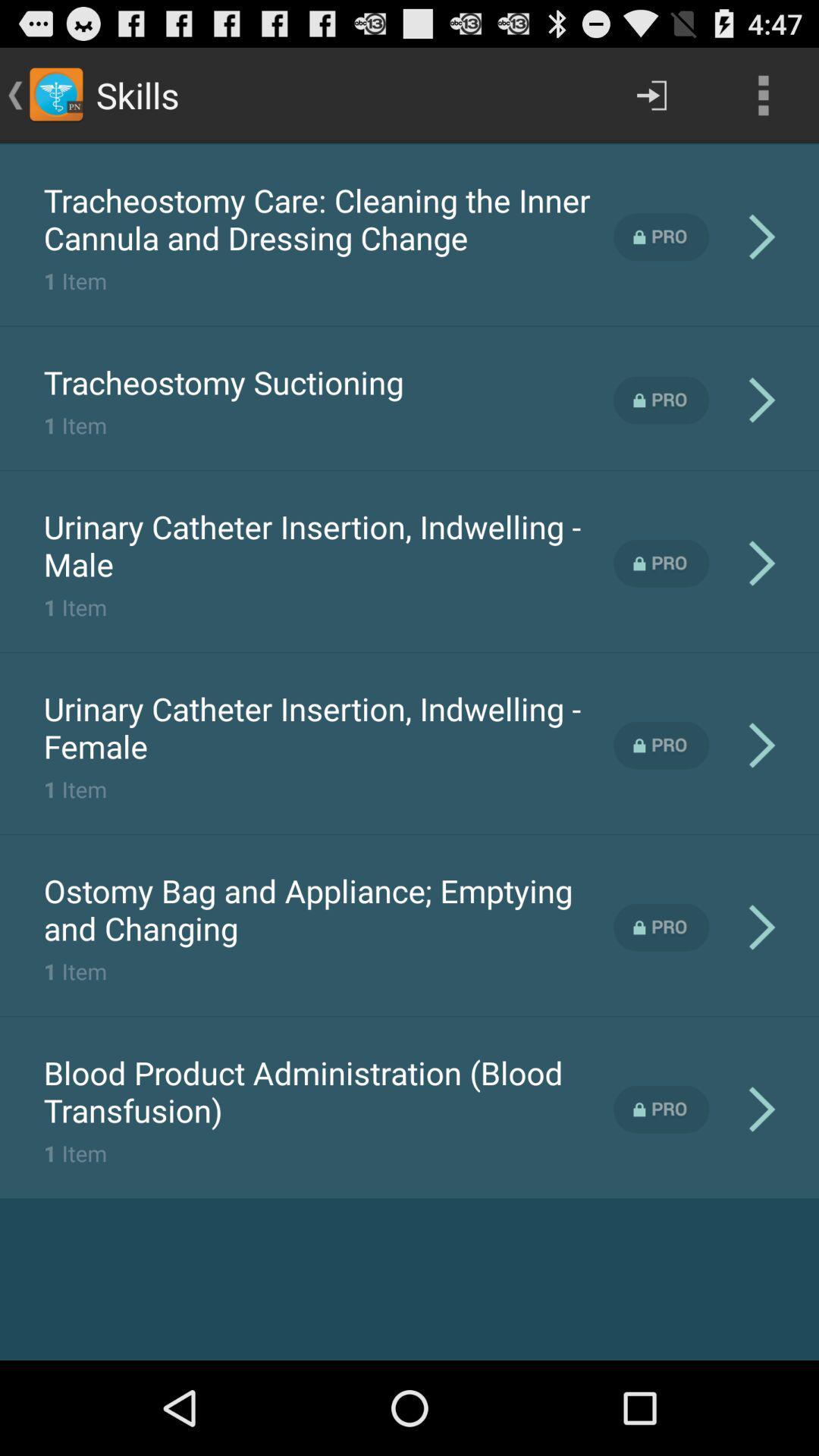 The height and width of the screenshot is (1456, 819). I want to click on the tracheostomy suctioning app, so click(224, 382).